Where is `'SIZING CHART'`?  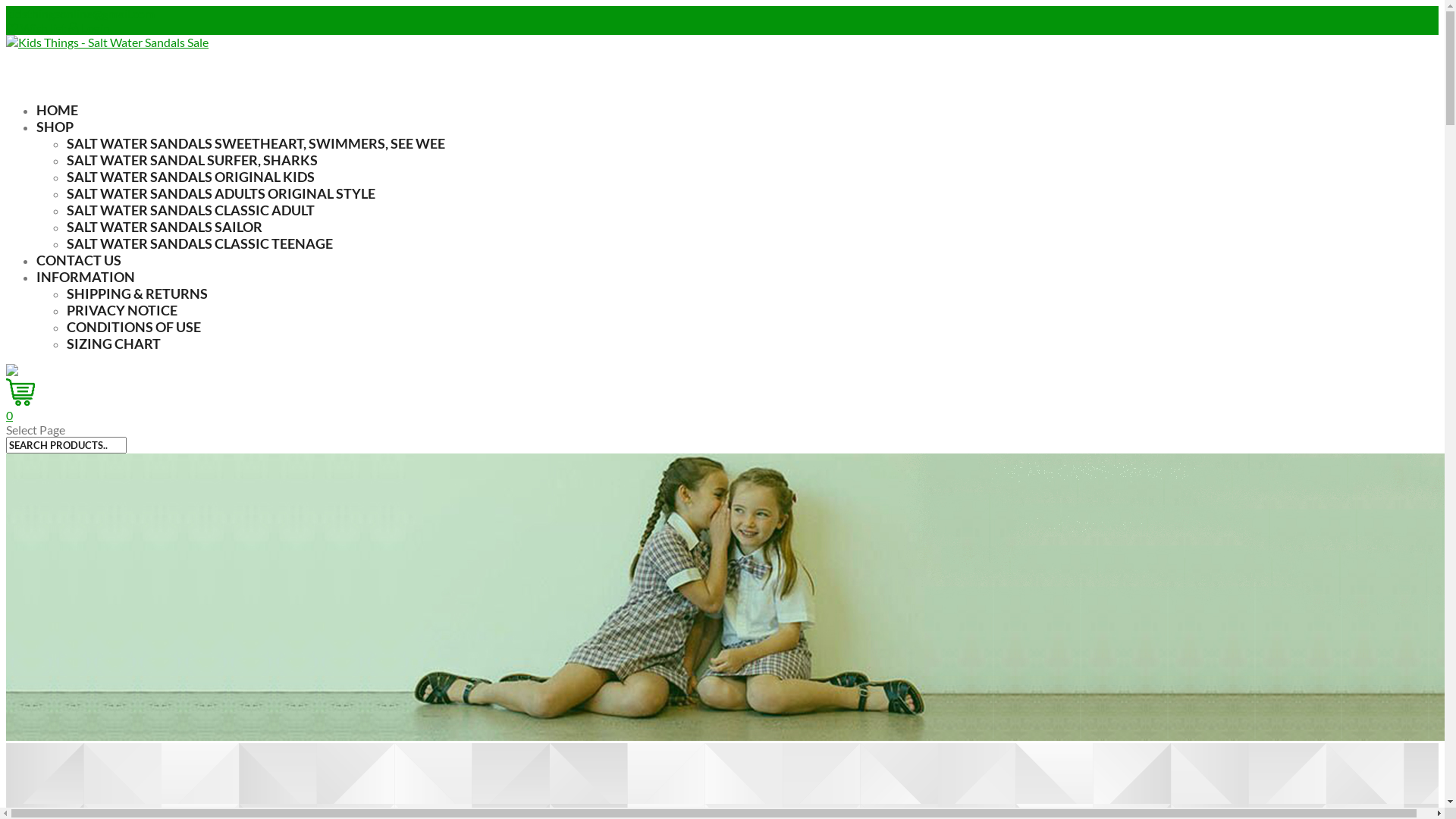
'SIZING CHART' is located at coordinates (65, 343).